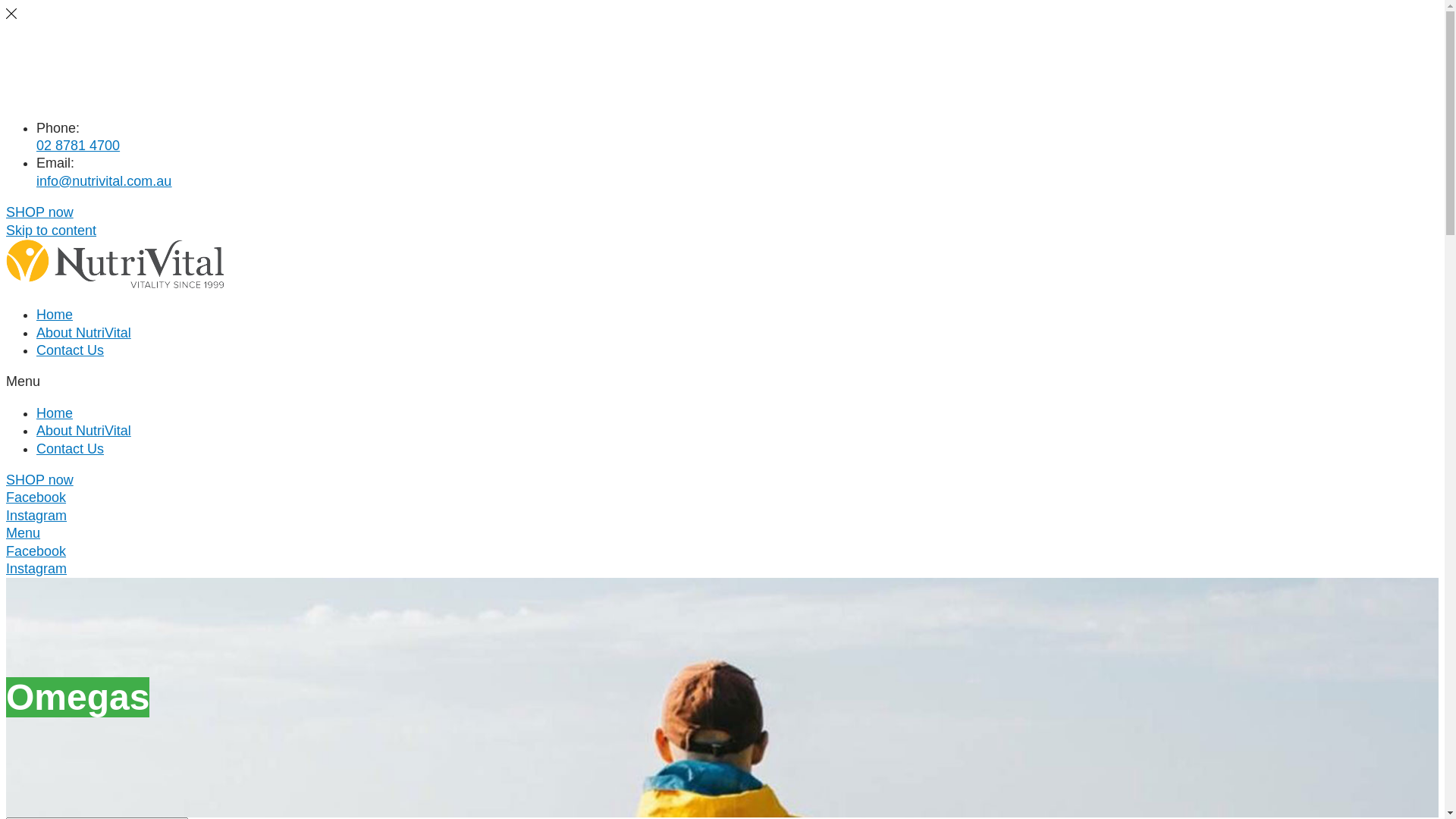 The image size is (1456, 819). I want to click on 'Home', so click(55, 45).